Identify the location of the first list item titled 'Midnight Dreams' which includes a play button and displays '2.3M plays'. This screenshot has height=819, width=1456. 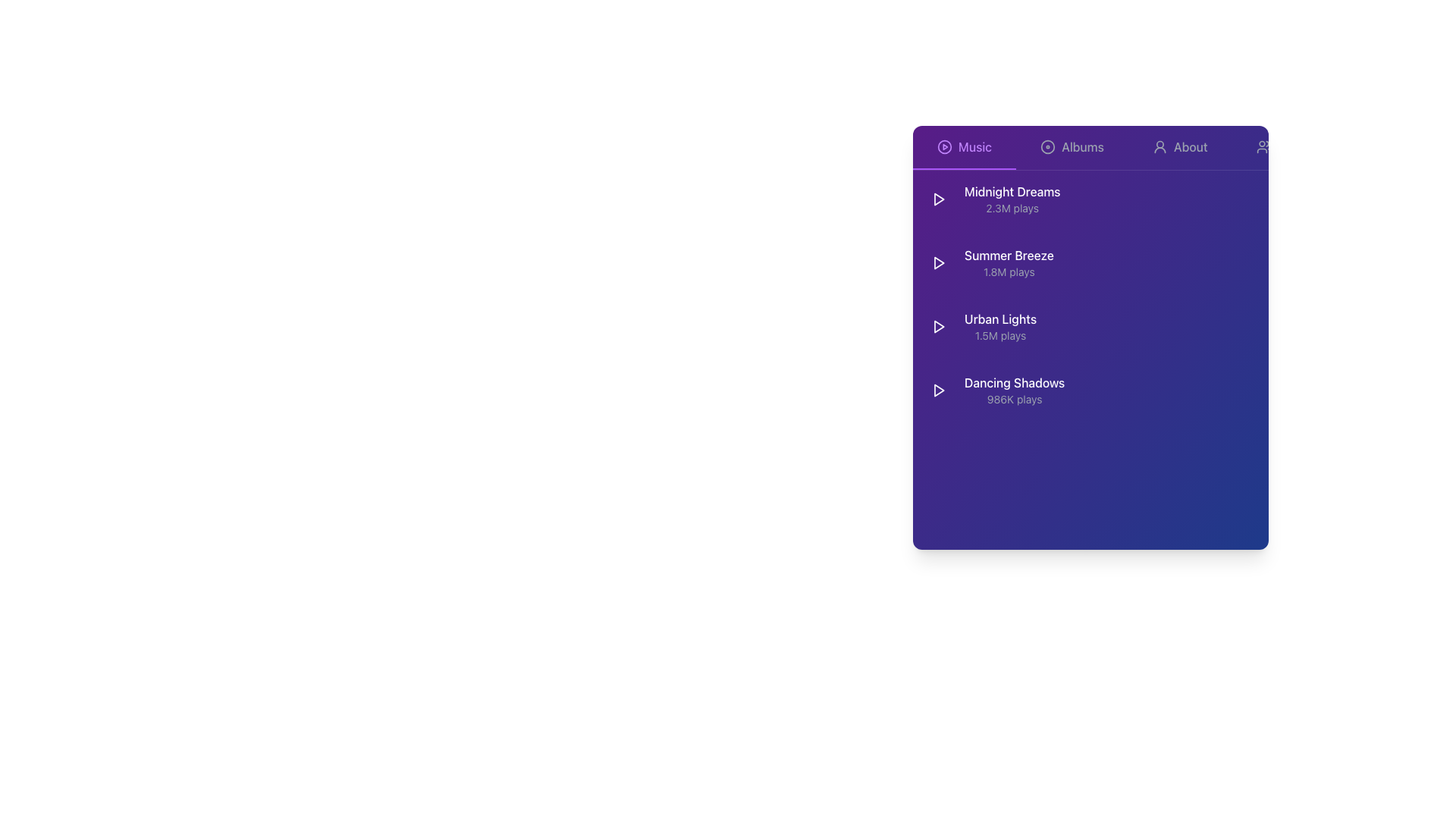
(993, 198).